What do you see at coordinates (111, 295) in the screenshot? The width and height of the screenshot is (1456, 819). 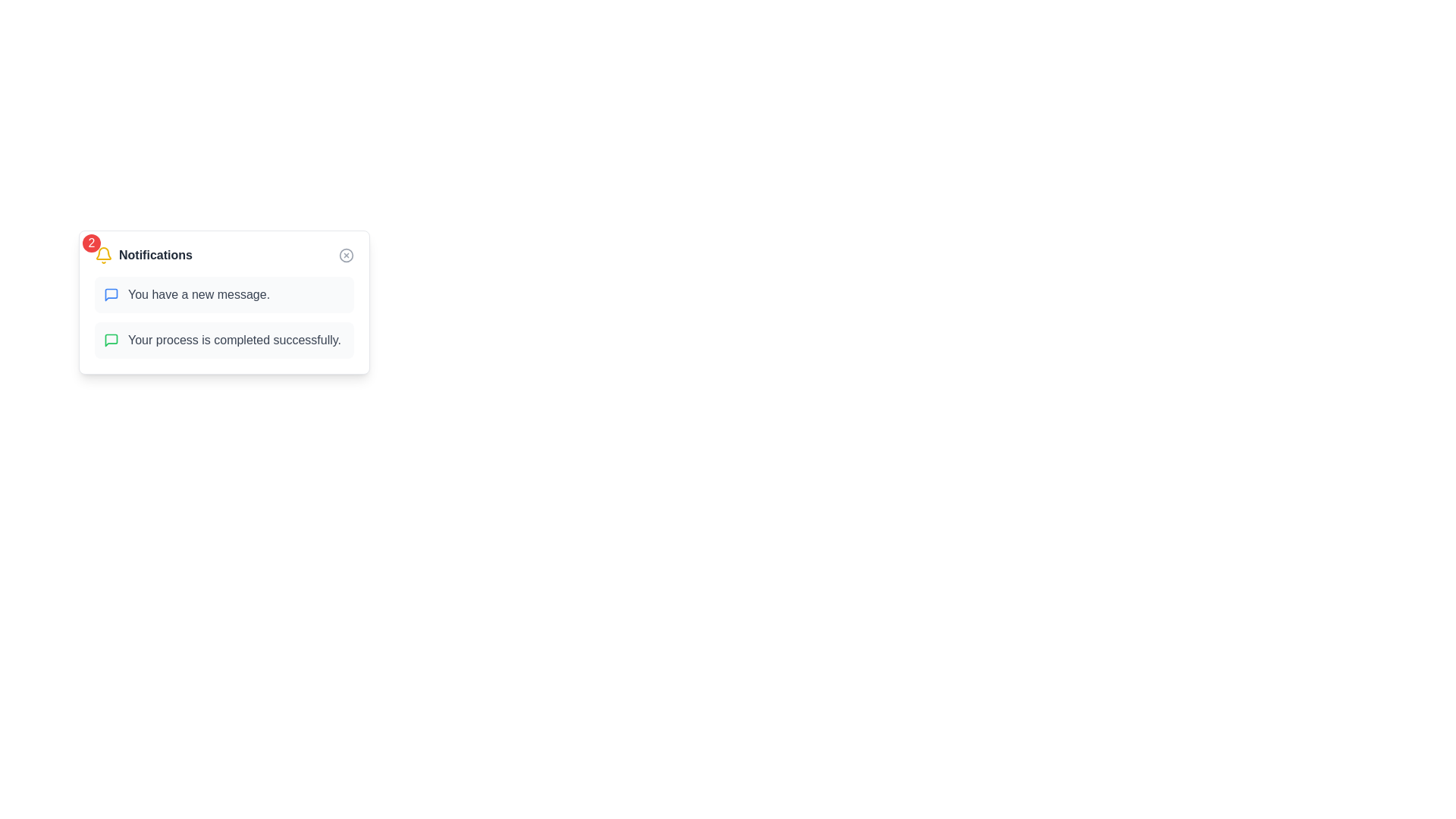 I see `the message notification icon located to the left of the text 'You have a new message.' within the notification card in the 'Notifications' section` at bounding box center [111, 295].